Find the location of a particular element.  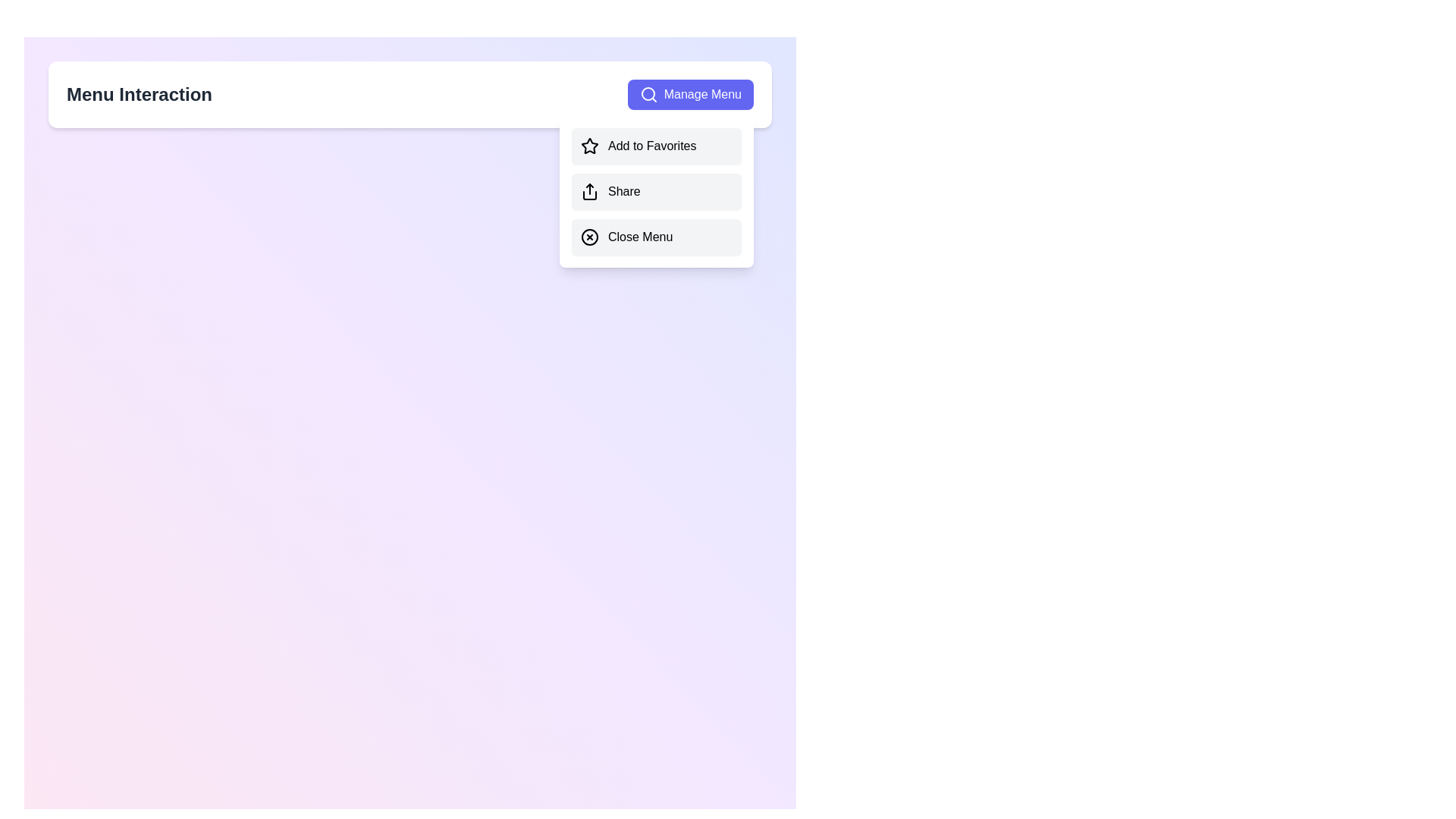

the 'Add to Favorites' icon is located at coordinates (588, 146).